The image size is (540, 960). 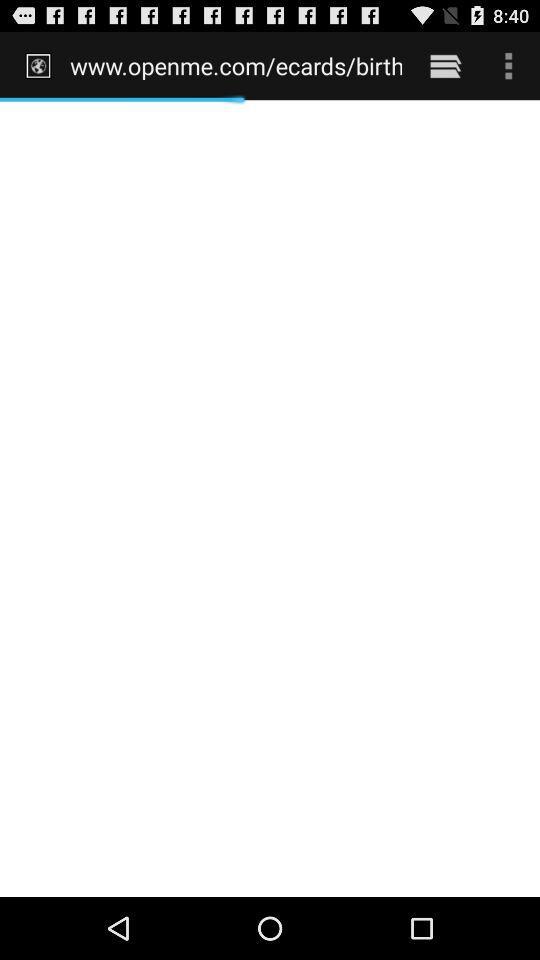 What do you see at coordinates (270, 497) in the screenshot?
I see `the icon at the center` at bounding box center [270, 497].